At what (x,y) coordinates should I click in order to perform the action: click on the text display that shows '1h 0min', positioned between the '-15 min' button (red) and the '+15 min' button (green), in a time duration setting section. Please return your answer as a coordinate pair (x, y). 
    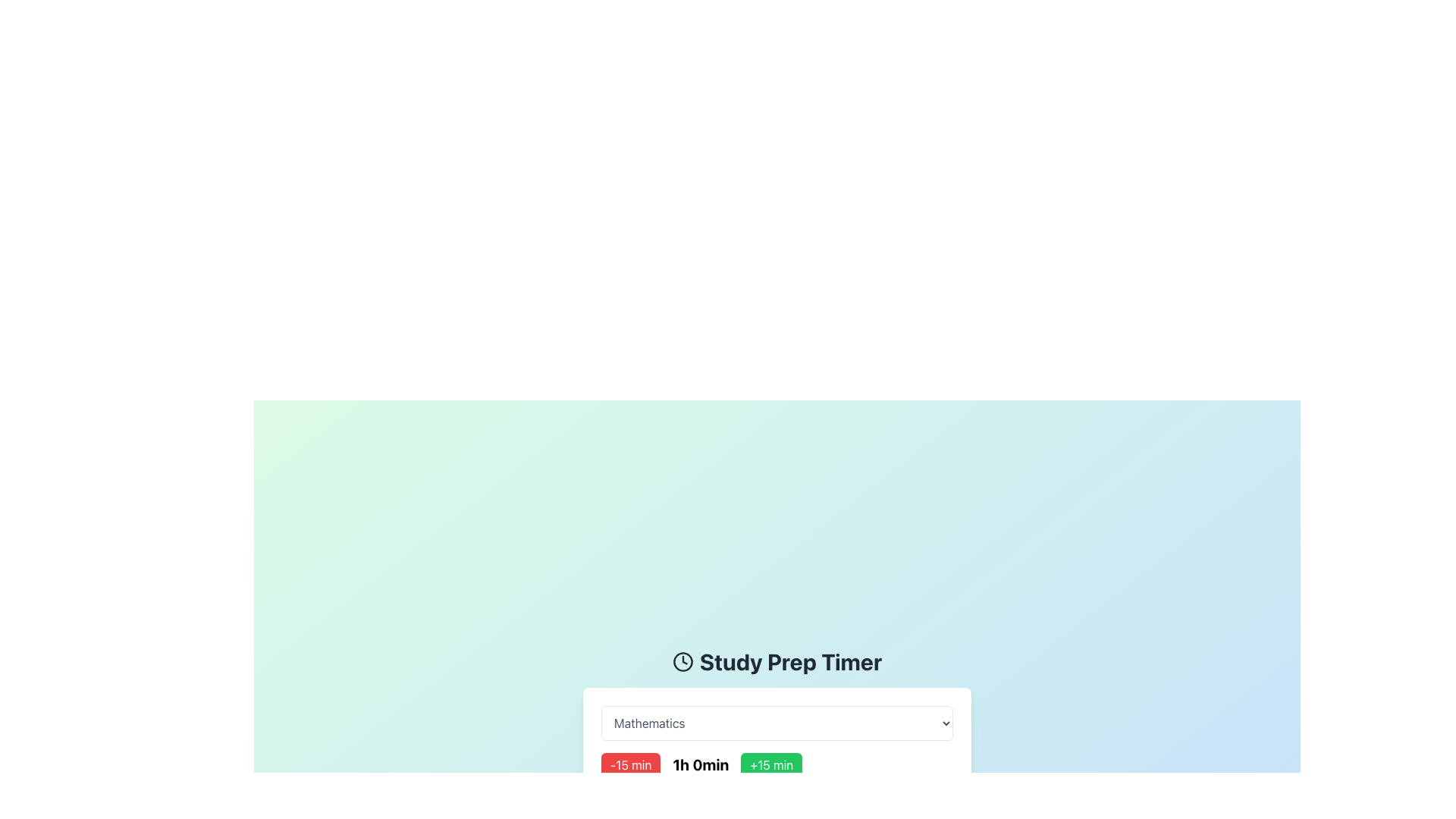
    Looking at the image, I should click on (700, 765).